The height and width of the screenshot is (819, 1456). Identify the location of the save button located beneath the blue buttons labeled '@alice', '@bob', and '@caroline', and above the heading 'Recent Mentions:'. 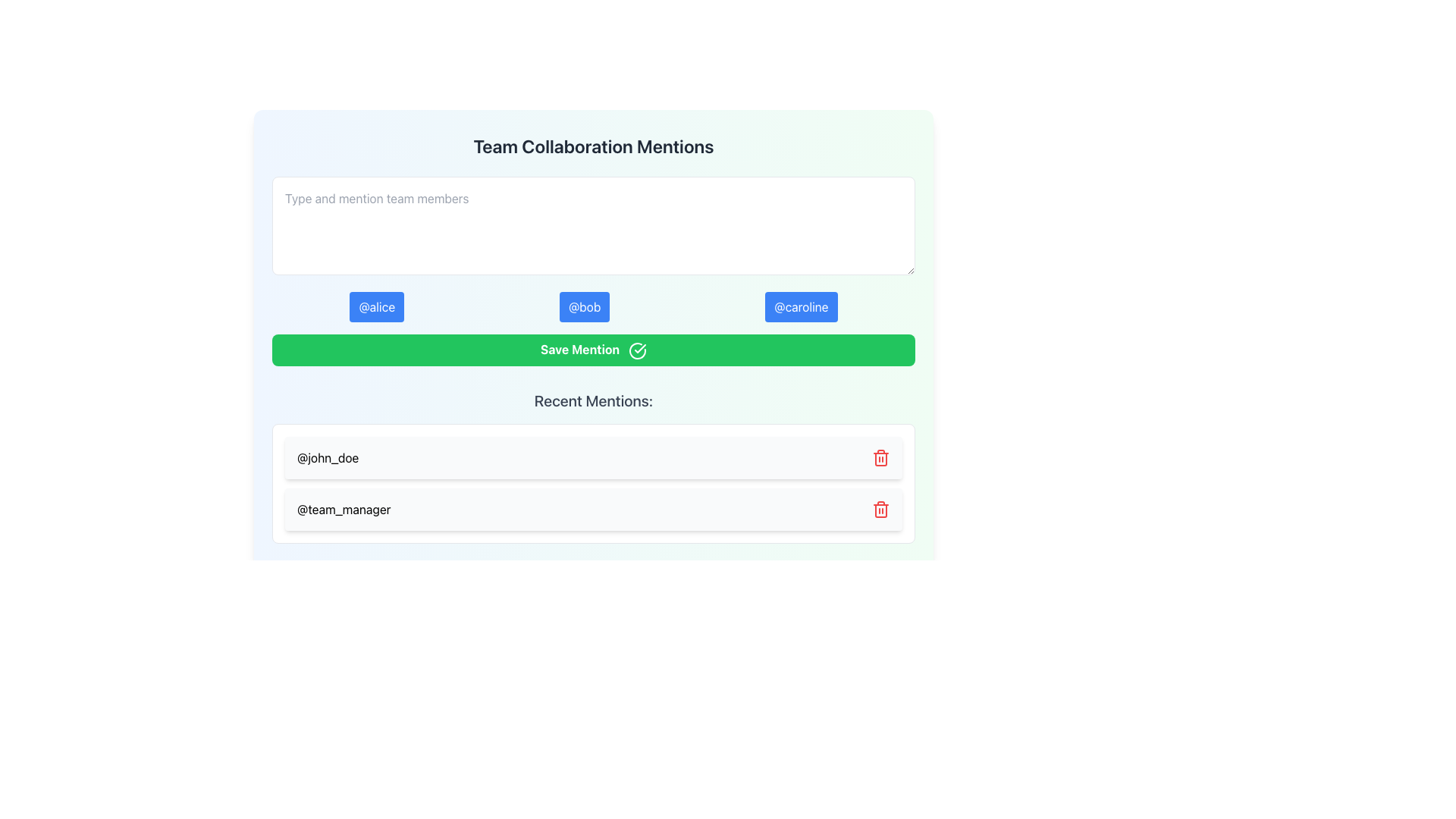
(592, 350).